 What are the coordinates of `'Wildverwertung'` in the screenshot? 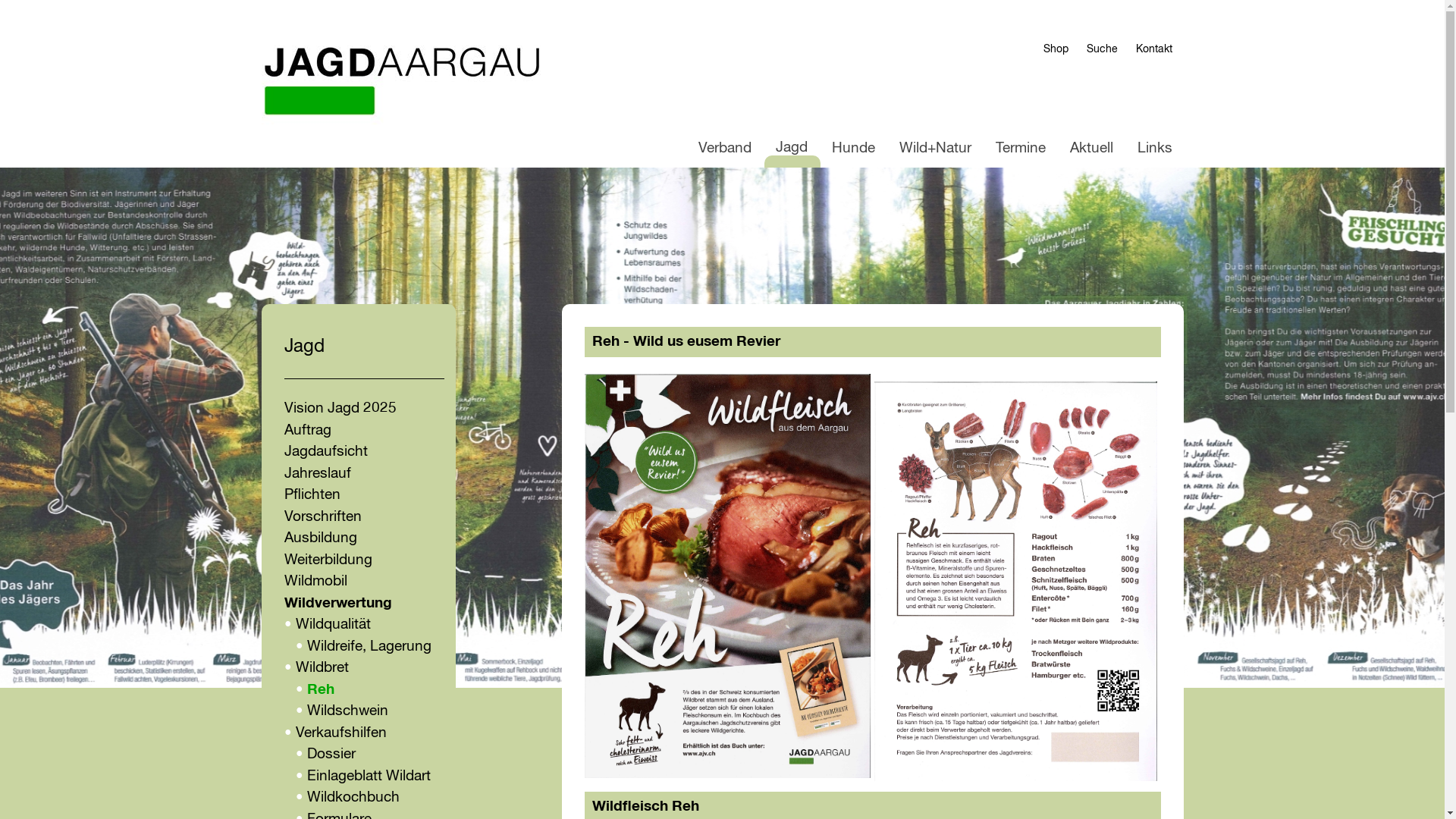 It's located at (337, 602).